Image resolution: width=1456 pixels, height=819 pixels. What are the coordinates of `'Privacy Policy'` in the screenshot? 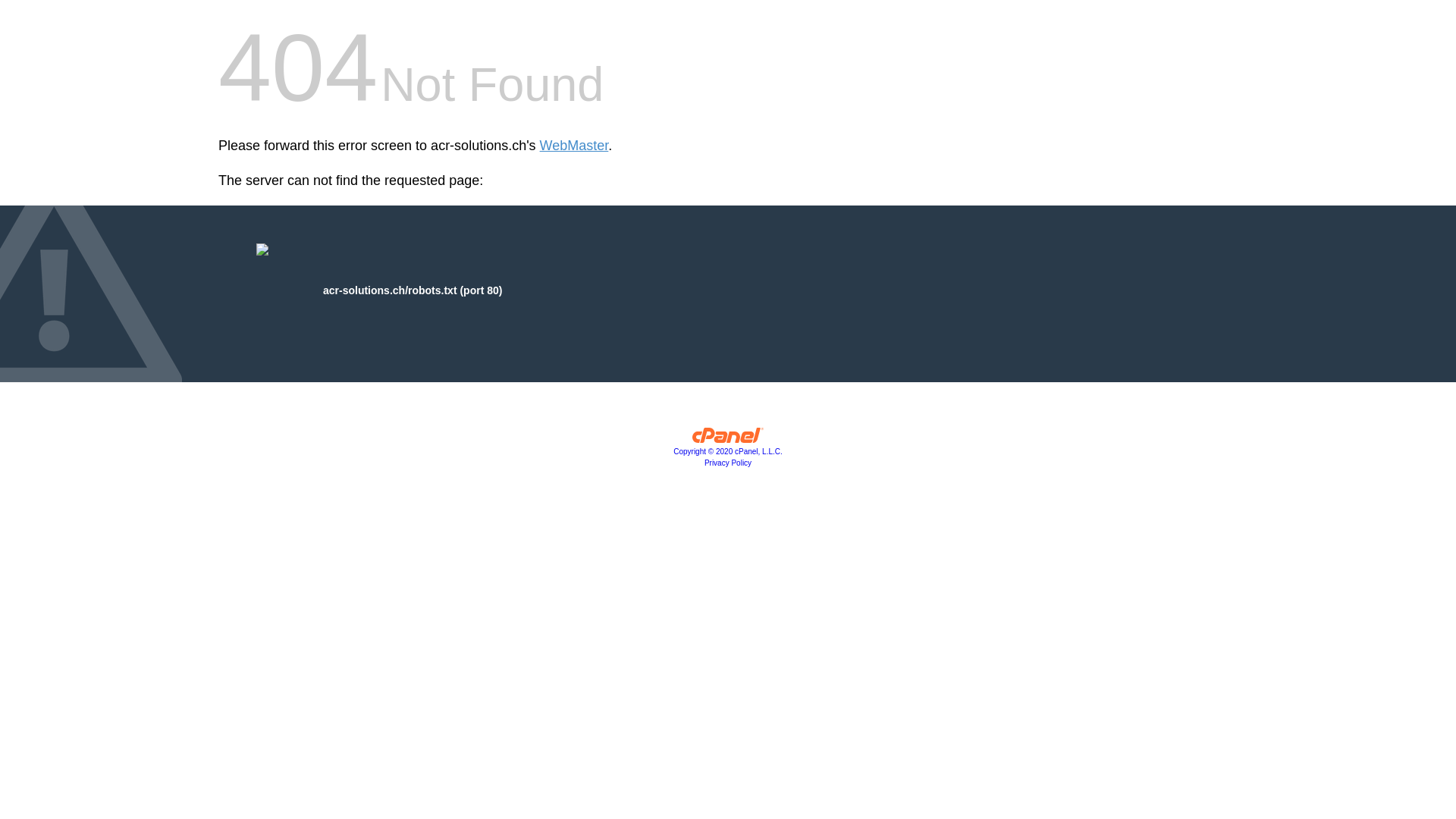 It's located at (728, 462).